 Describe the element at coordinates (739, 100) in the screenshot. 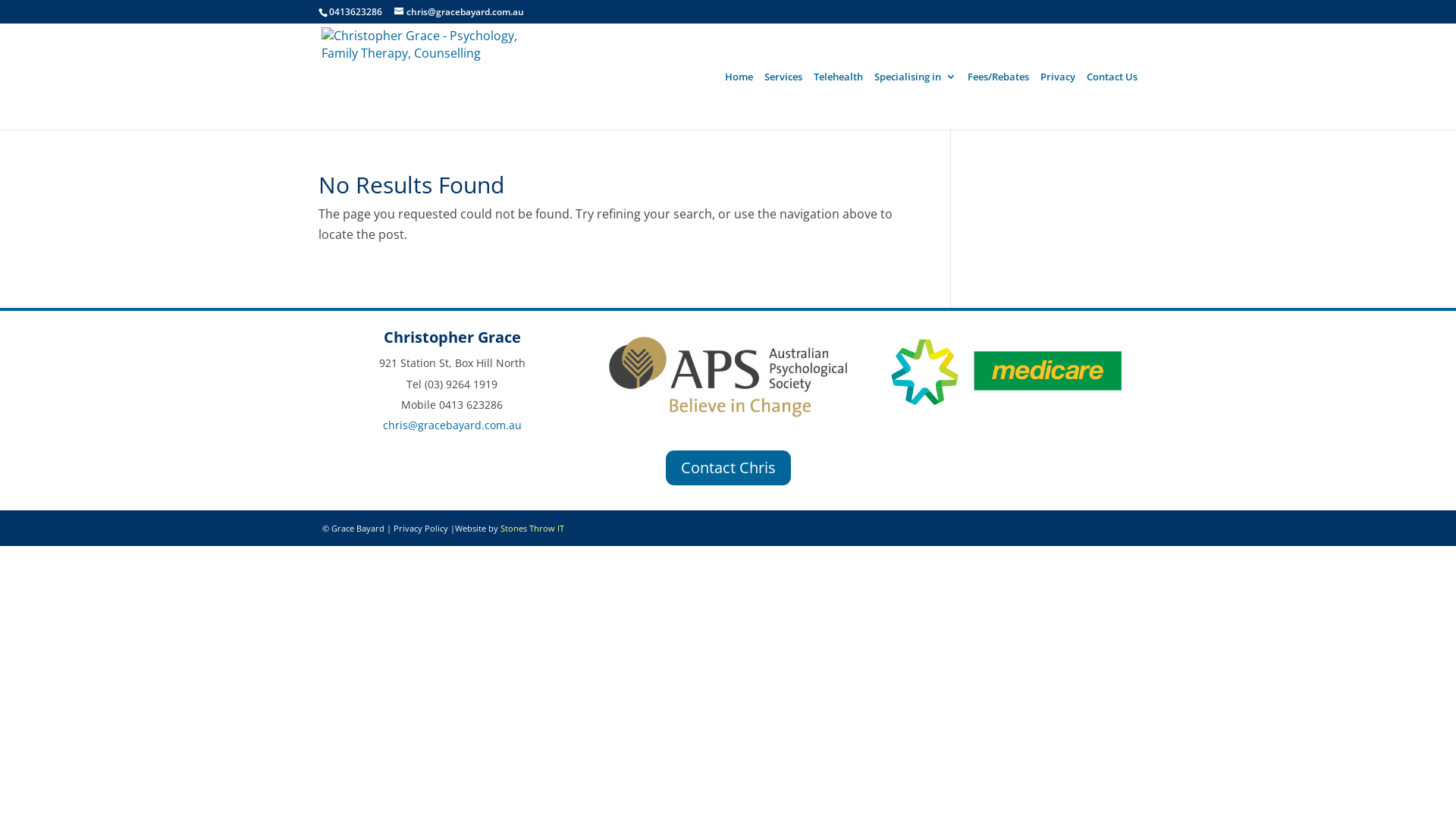

I see `'Home'` at that location.